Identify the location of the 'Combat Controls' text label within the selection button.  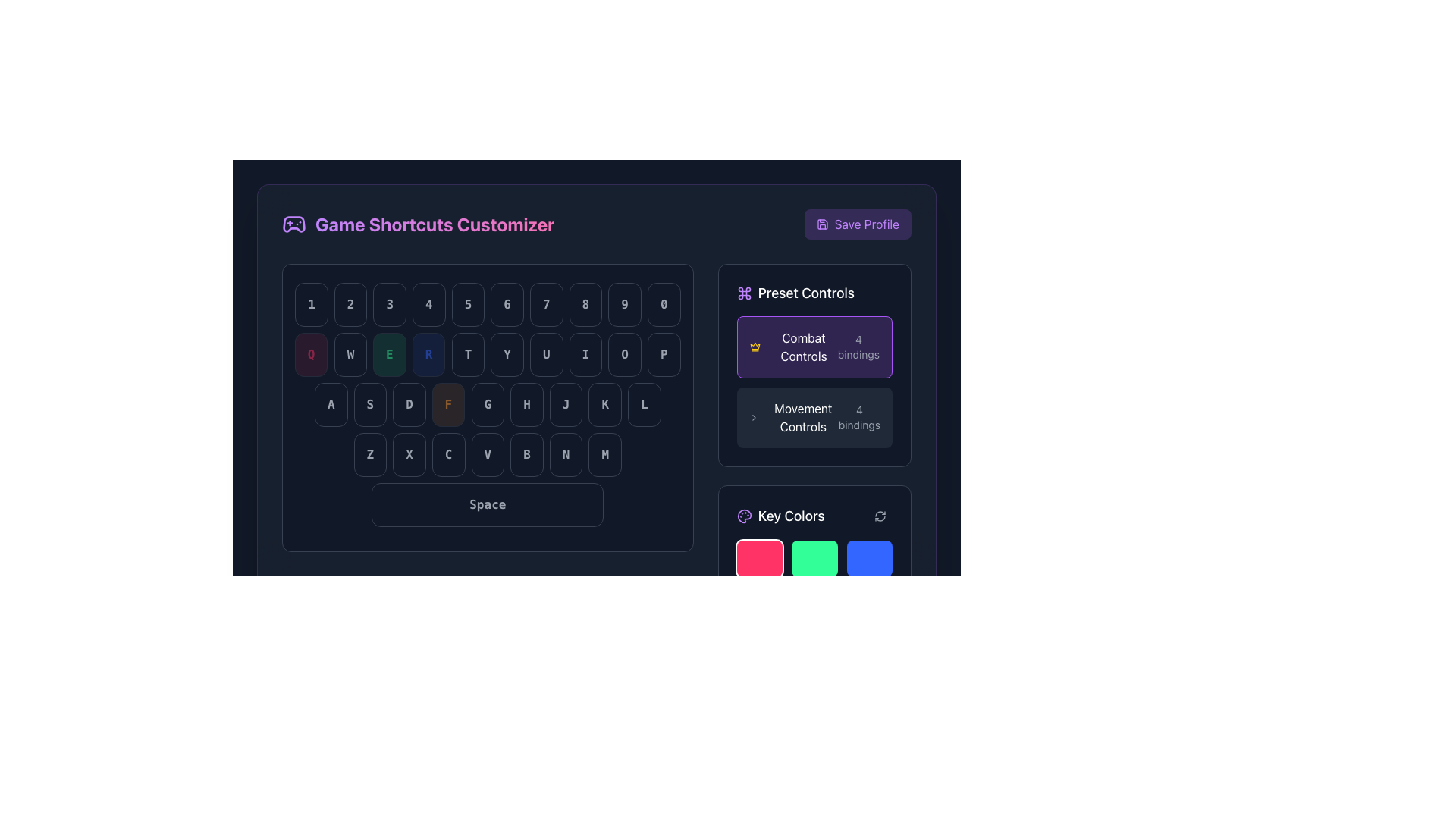
(803, 347).